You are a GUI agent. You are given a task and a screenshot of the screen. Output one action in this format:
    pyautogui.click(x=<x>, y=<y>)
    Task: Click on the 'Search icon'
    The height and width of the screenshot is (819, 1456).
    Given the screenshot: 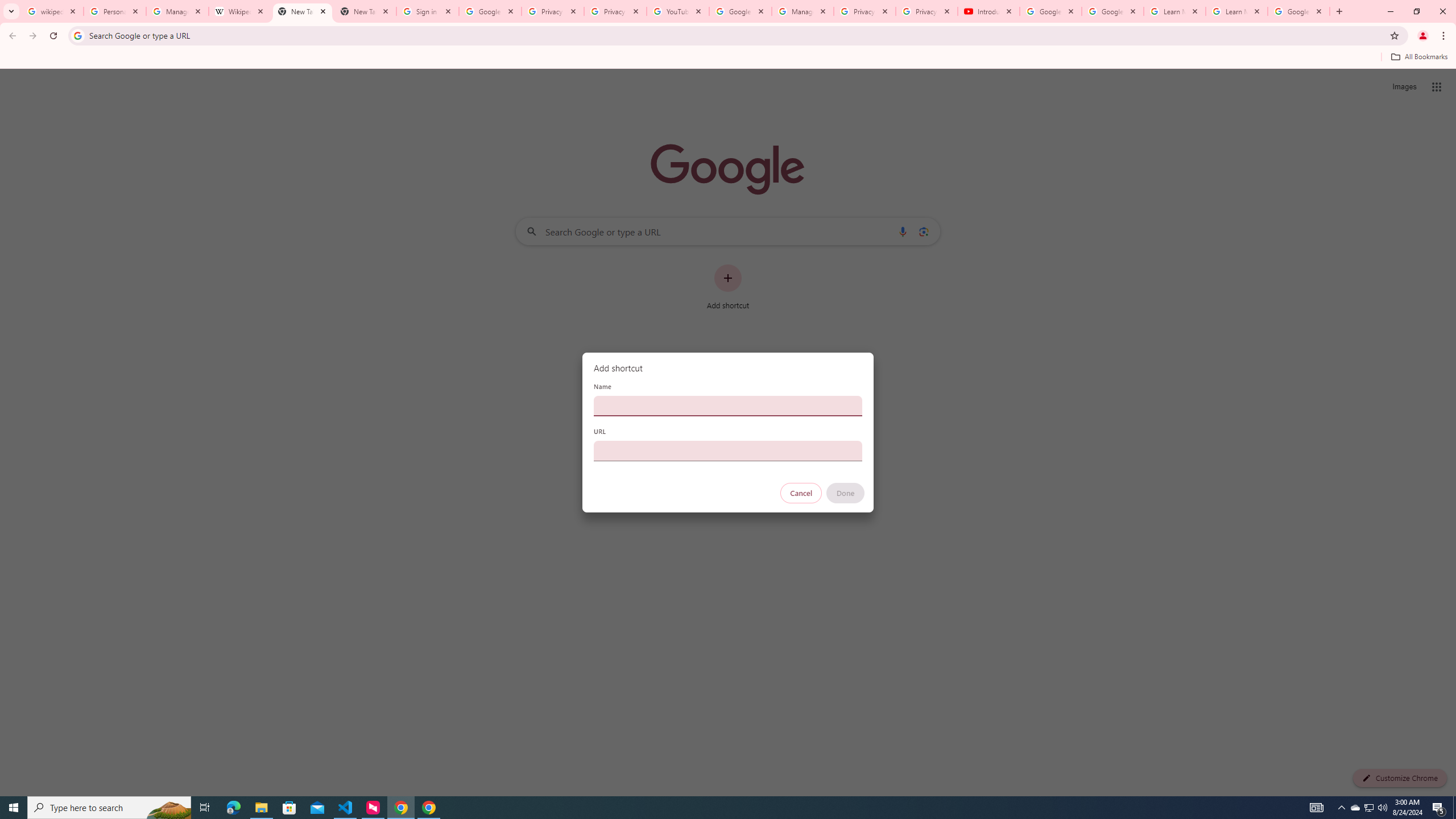 What is the action you would take?
    pyautogui.click(x=77, y=35)
    